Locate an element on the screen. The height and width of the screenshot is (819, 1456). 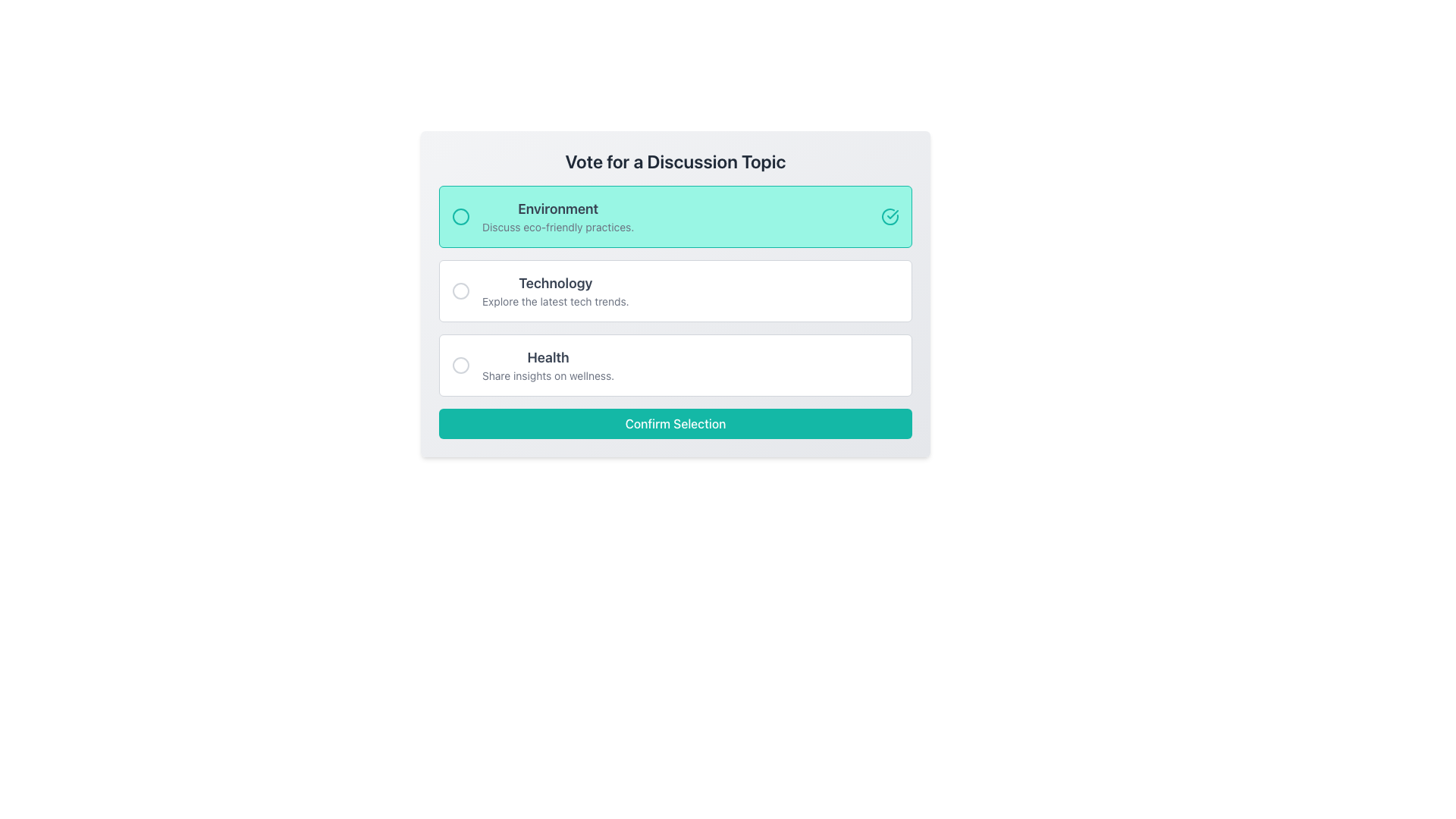
the supplemental description text located within the turquoise card labeled 'Environment', which provides additional context about the 'Environment' topic is located at coordinates (557, 227).